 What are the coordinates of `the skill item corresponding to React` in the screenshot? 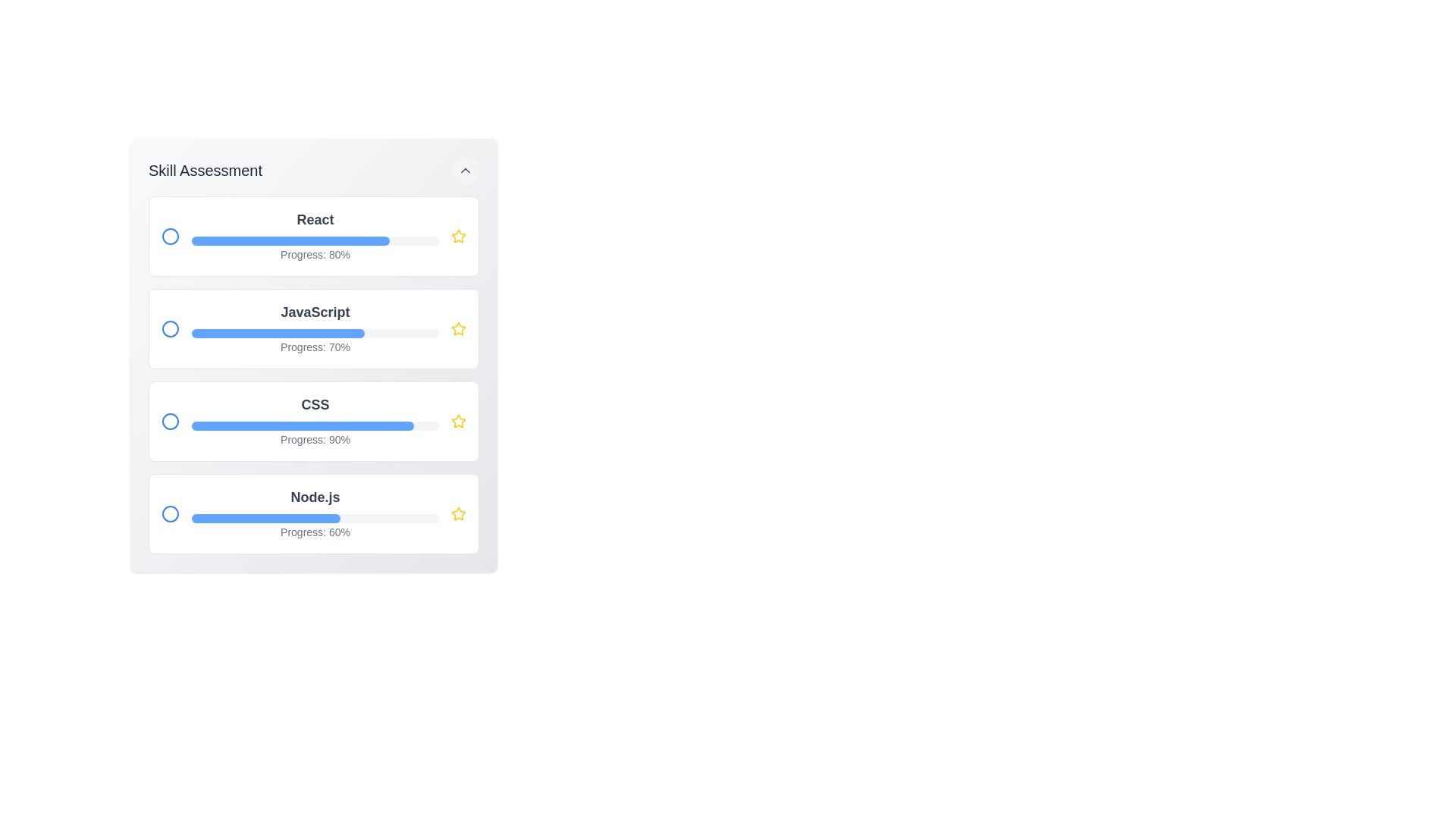 It's located at (312, 237).